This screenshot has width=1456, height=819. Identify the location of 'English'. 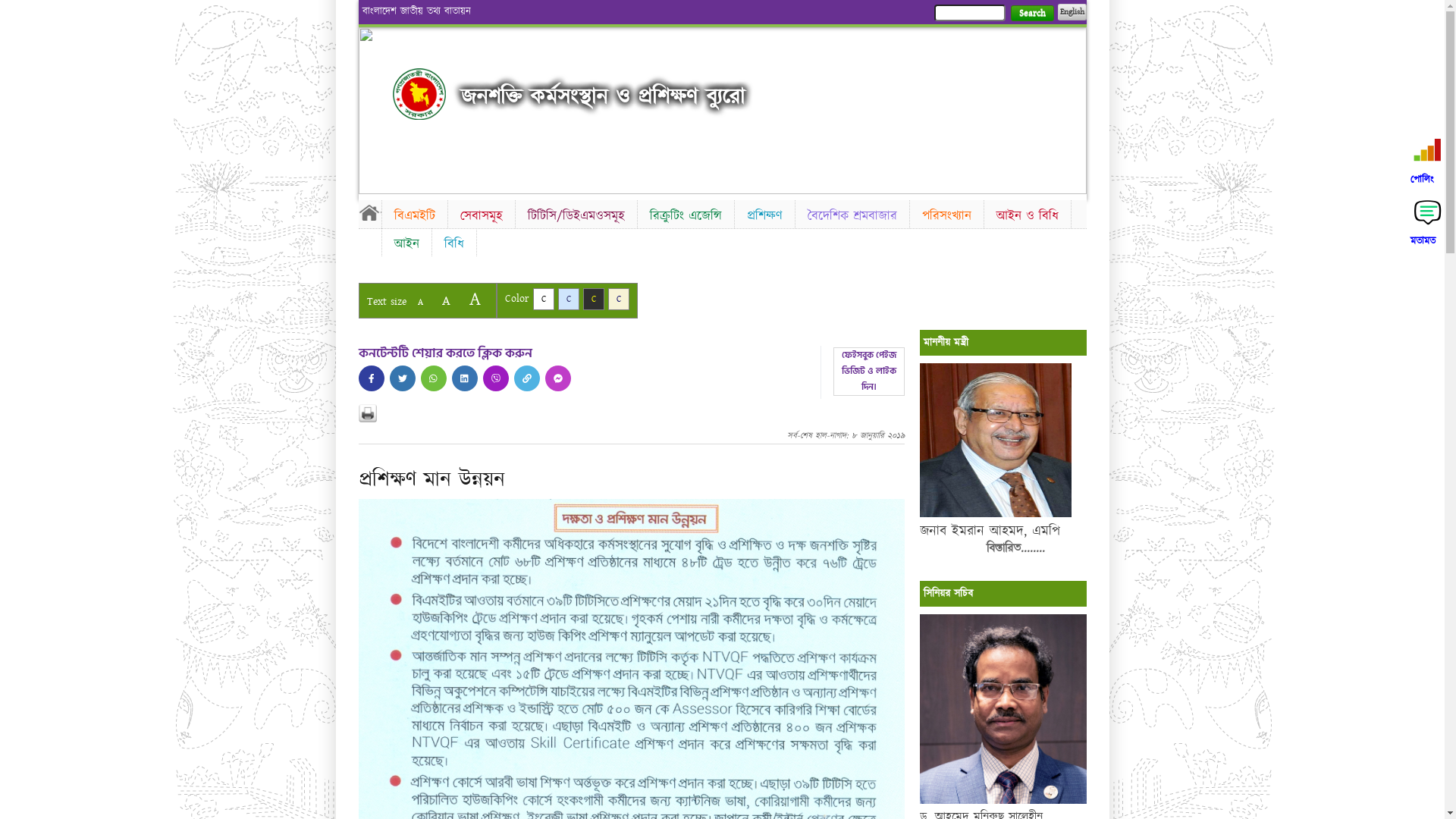
(1070, 11).